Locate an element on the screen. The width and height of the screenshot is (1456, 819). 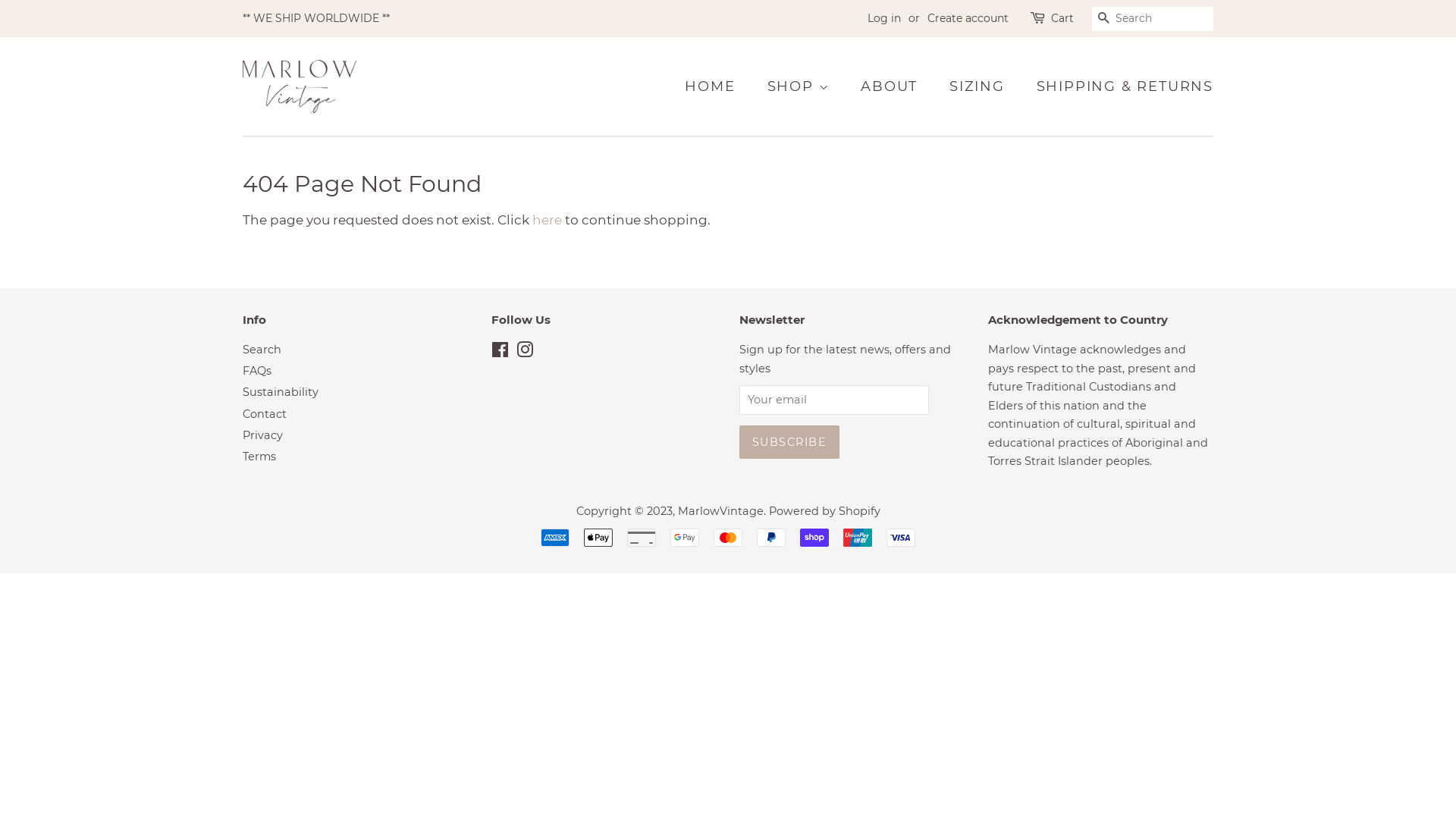
'Instagram' is located at coordinates (524, 353).